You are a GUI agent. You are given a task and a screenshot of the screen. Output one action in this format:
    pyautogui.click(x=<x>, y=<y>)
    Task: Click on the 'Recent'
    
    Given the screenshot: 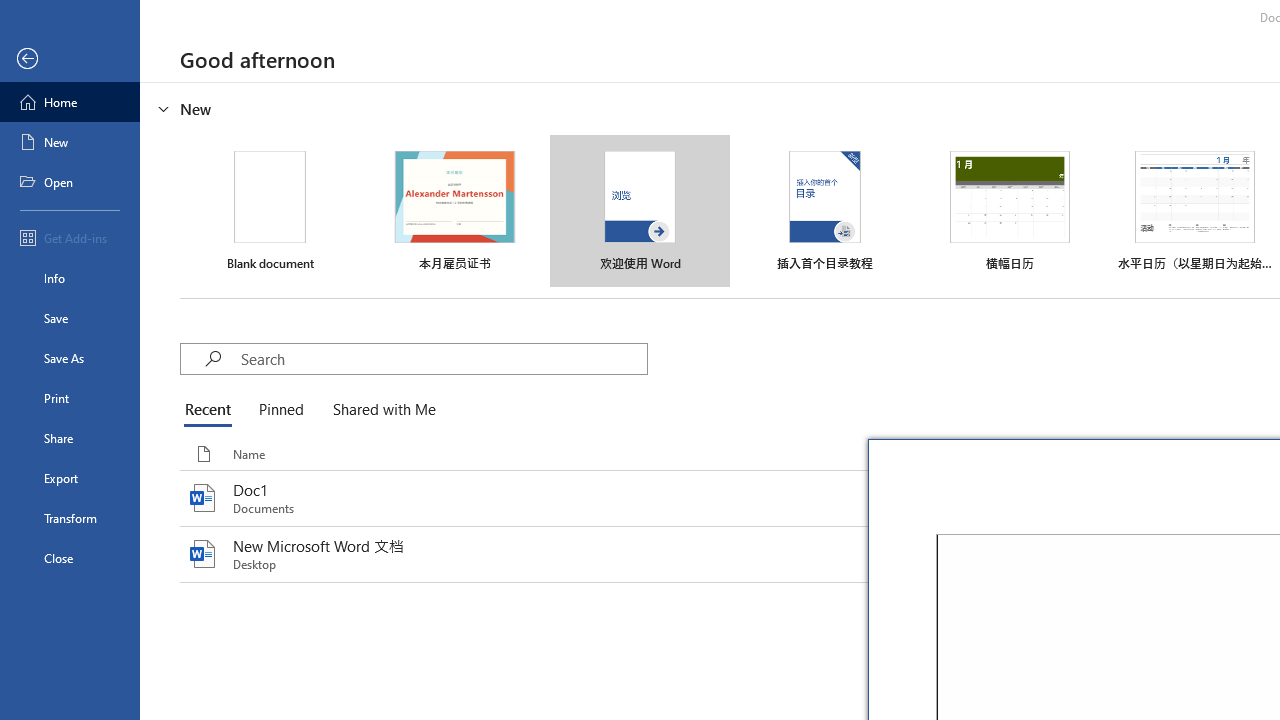 What is the action you would take?
    pyautogui.click(x=212, y=410)
    